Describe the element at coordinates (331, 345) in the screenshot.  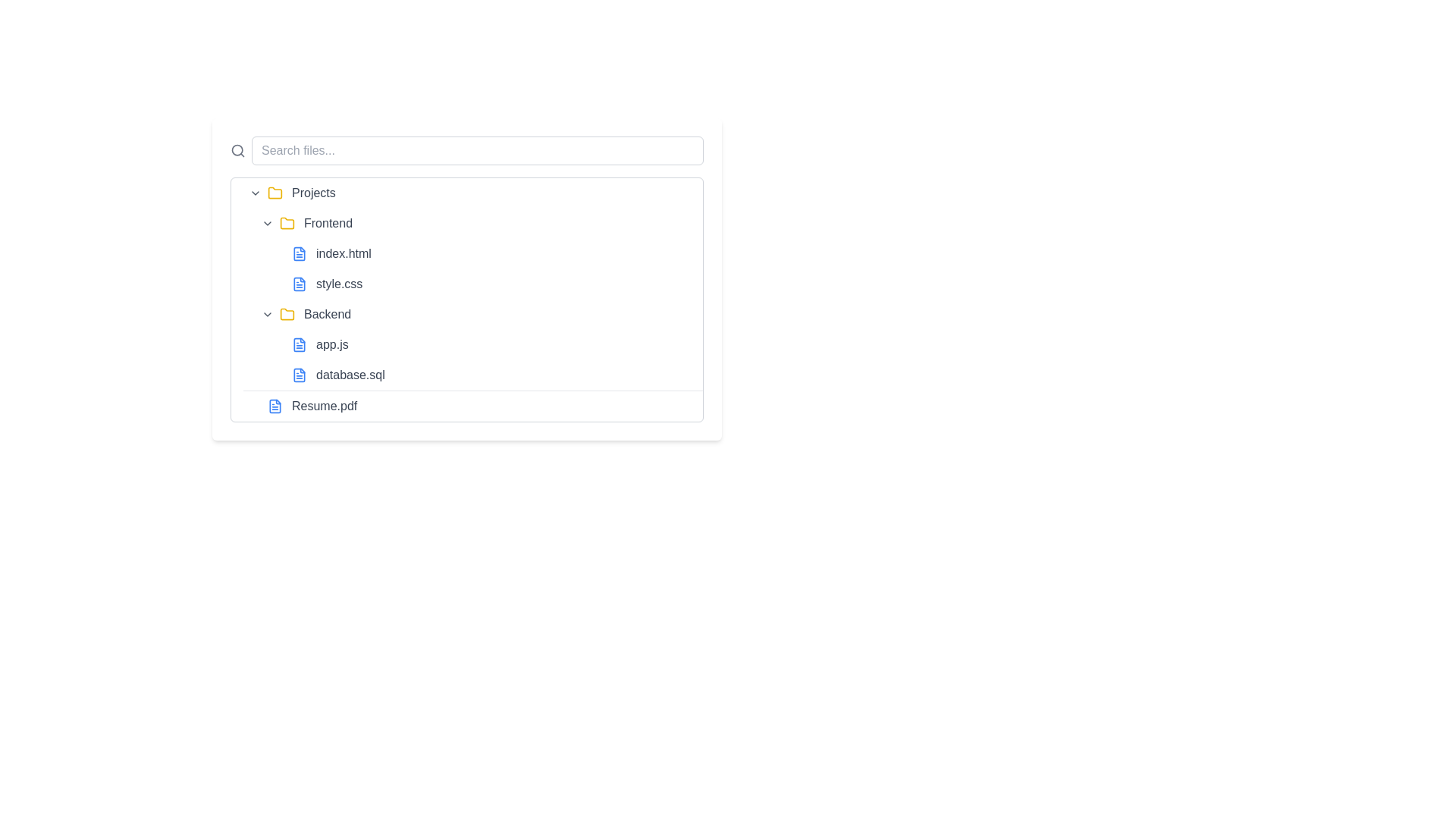
I see `the text label displaying the name 'app.js' located in the file explorer under the 'Backend' folder to focus or select it` at that location.